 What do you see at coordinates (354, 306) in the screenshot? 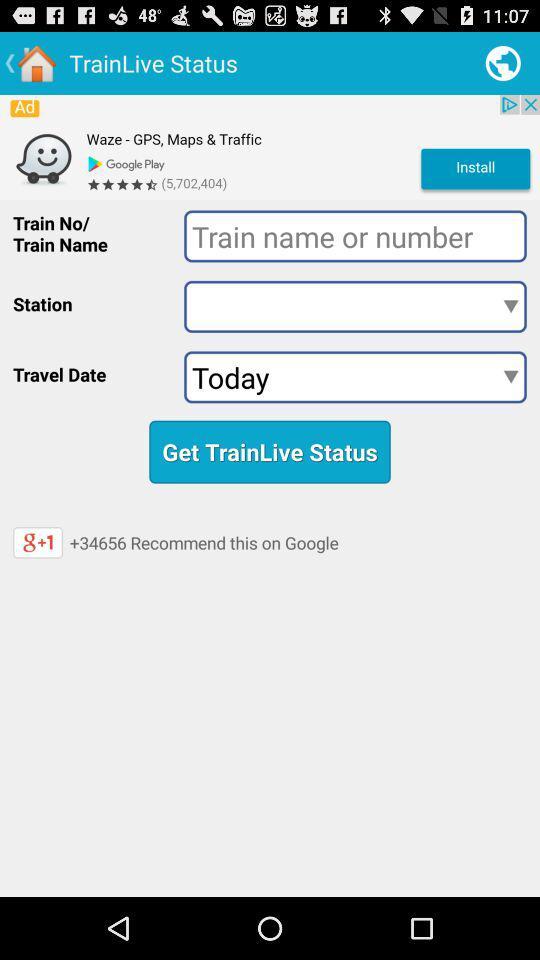
I see `station` at bounding box center [354, 306].